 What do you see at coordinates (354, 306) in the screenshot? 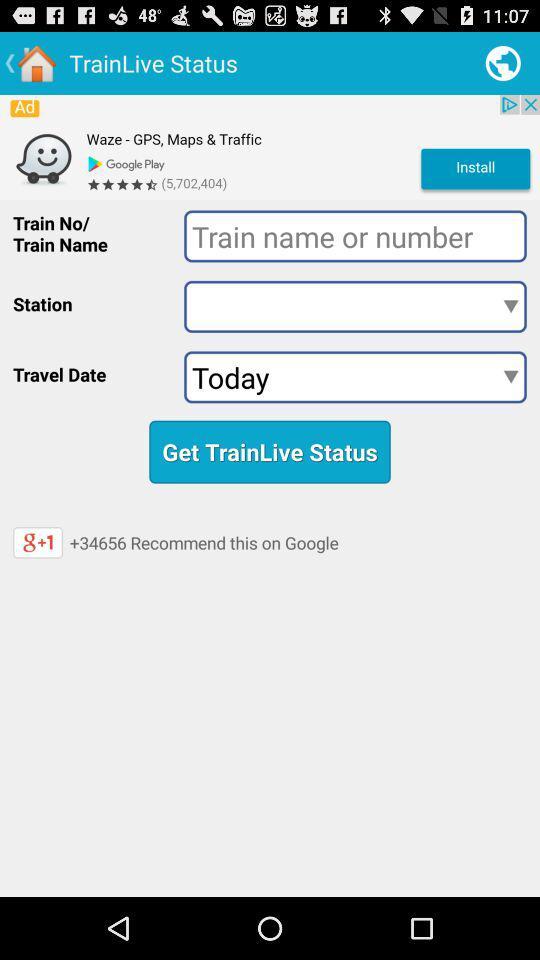
I see `station` at bounding box center [354, 306].